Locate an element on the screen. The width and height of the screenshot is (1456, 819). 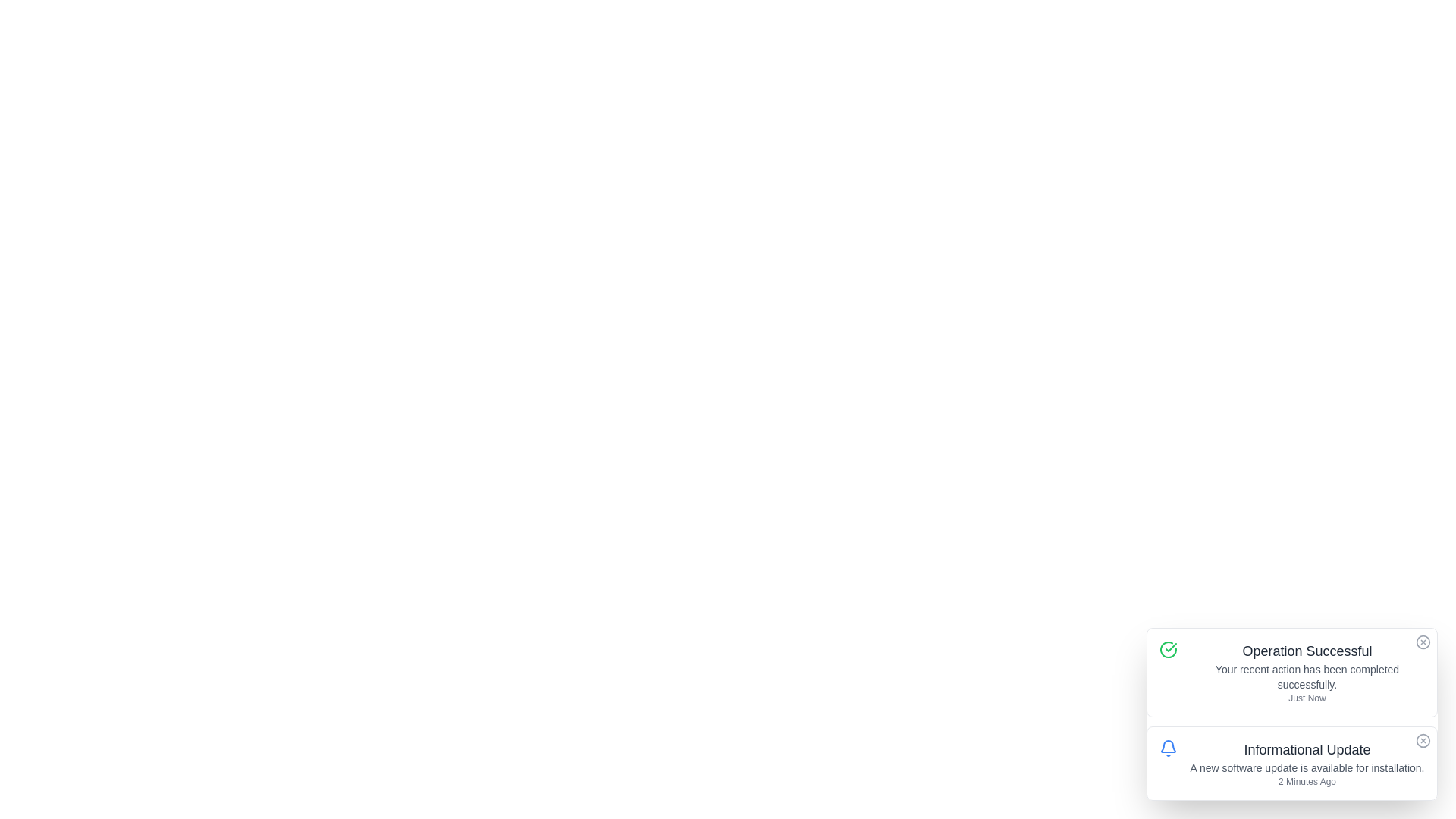
the notification title to read: Informational Update is located at coordinates (1306, 748).